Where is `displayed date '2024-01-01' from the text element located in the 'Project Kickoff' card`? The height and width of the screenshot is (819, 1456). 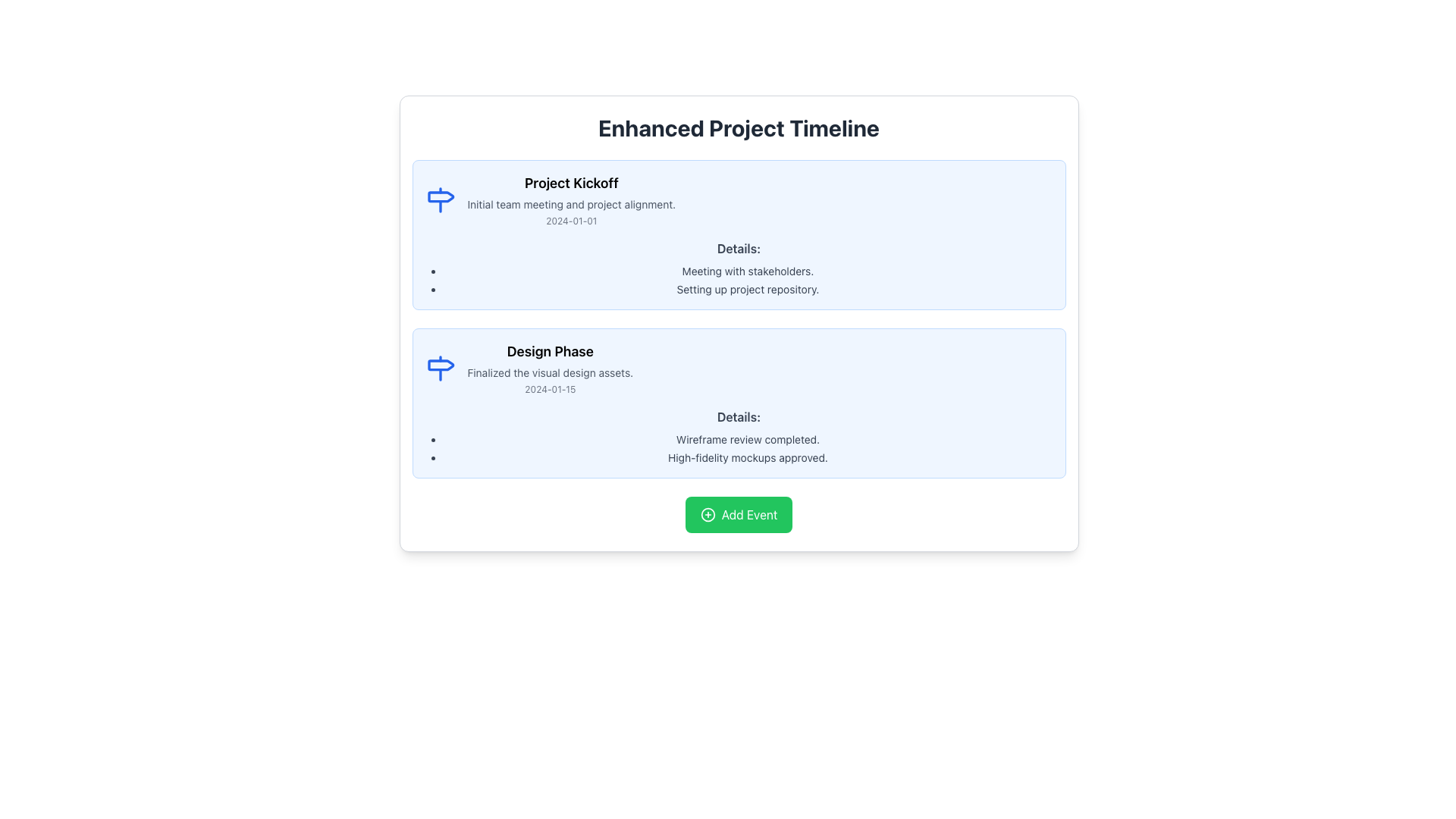 displayed date '2024-01-01' from the text element located in the 'Project Kickoff' card is located at coordinates (570, 221).